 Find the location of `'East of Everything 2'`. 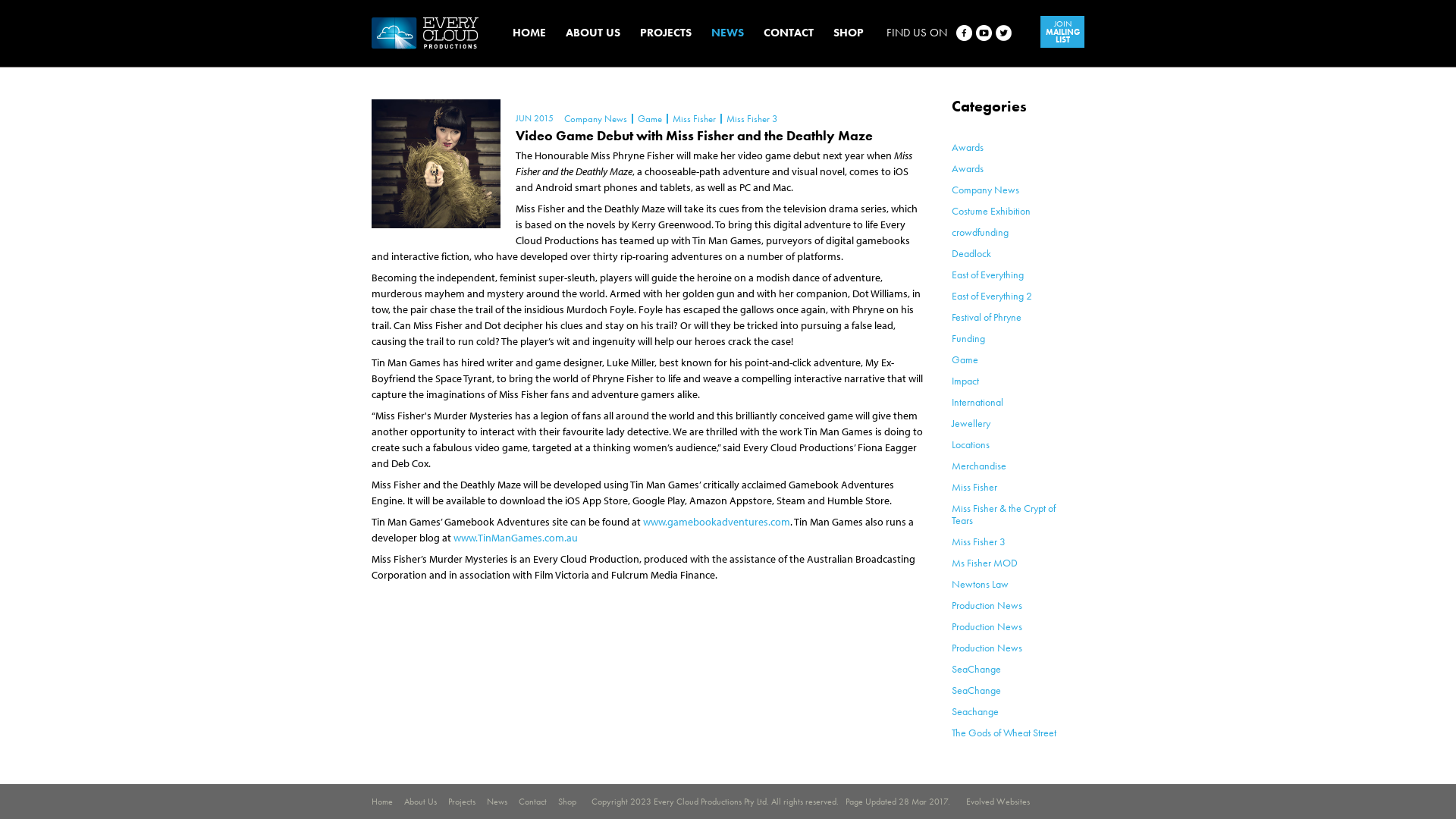

'East of Everything 2' is located at coordinates (992, 295).